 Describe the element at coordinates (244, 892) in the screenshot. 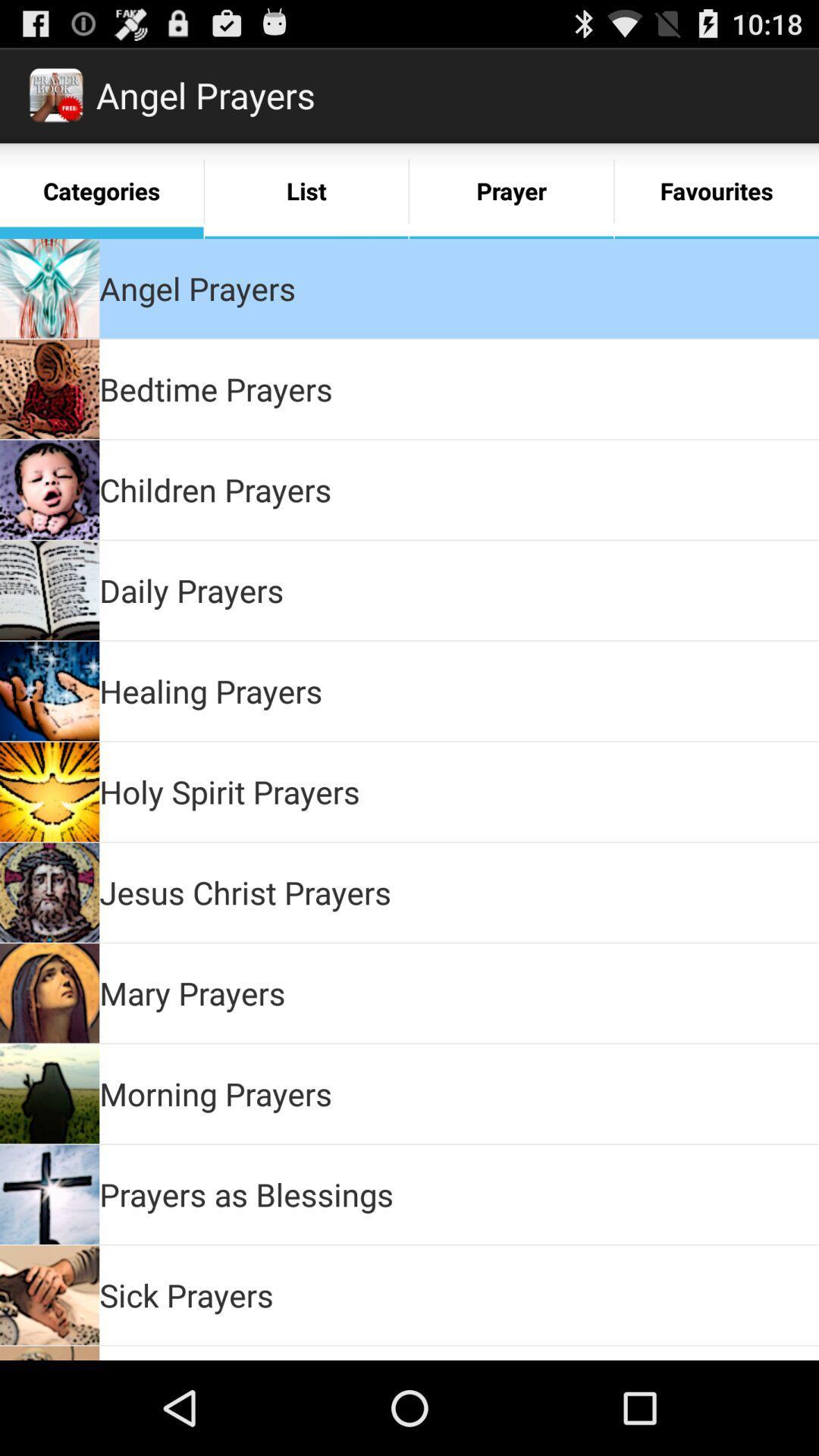

I see `the jesus christ prayers icon` at that location.